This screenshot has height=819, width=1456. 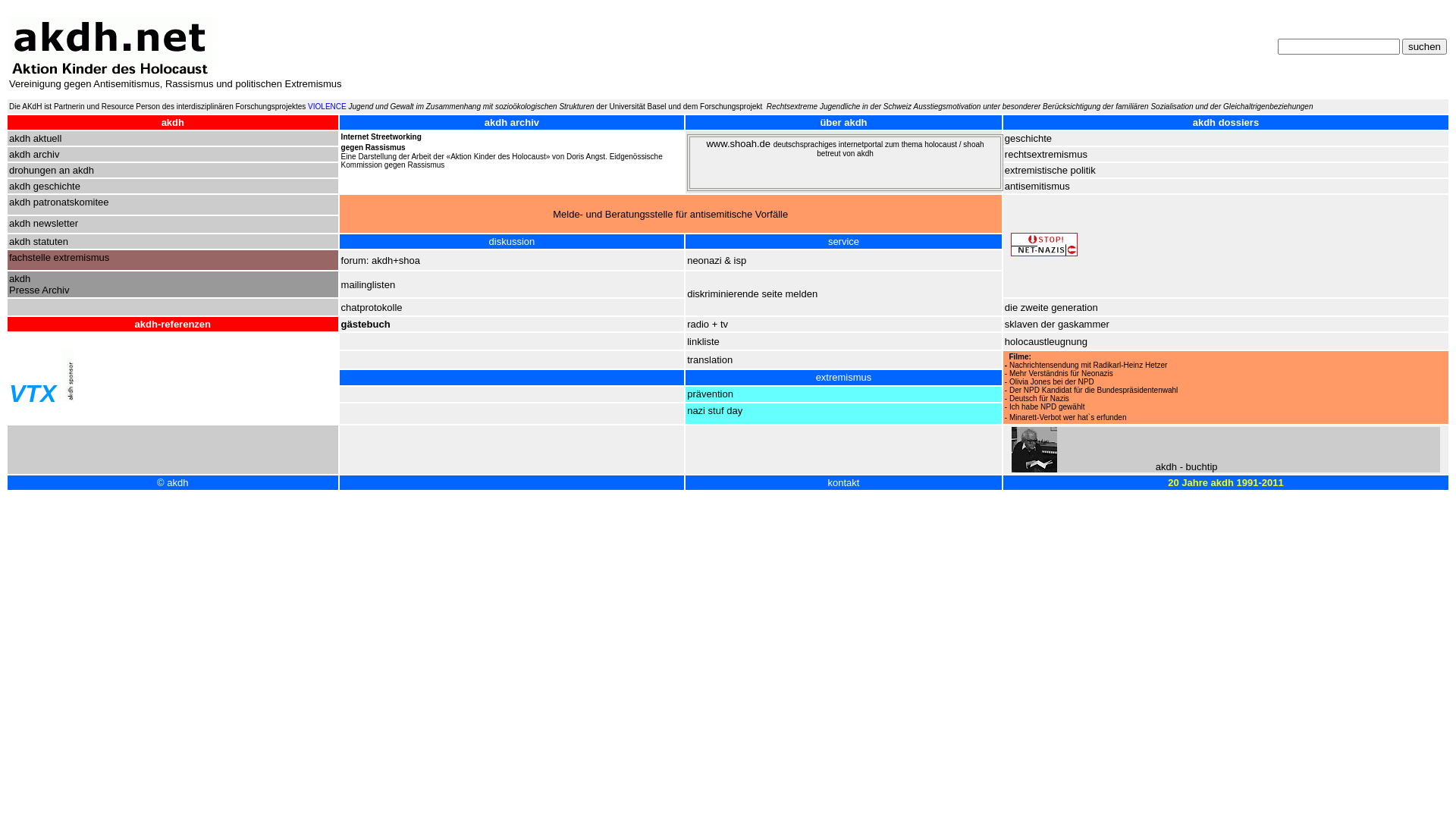 What do you see at coordinates (1087, 365) in the screenshot?
I see `'Nachrichtensendung mit Radikarl-Heinz Hetzer'` at bounding box center [1087, 365].